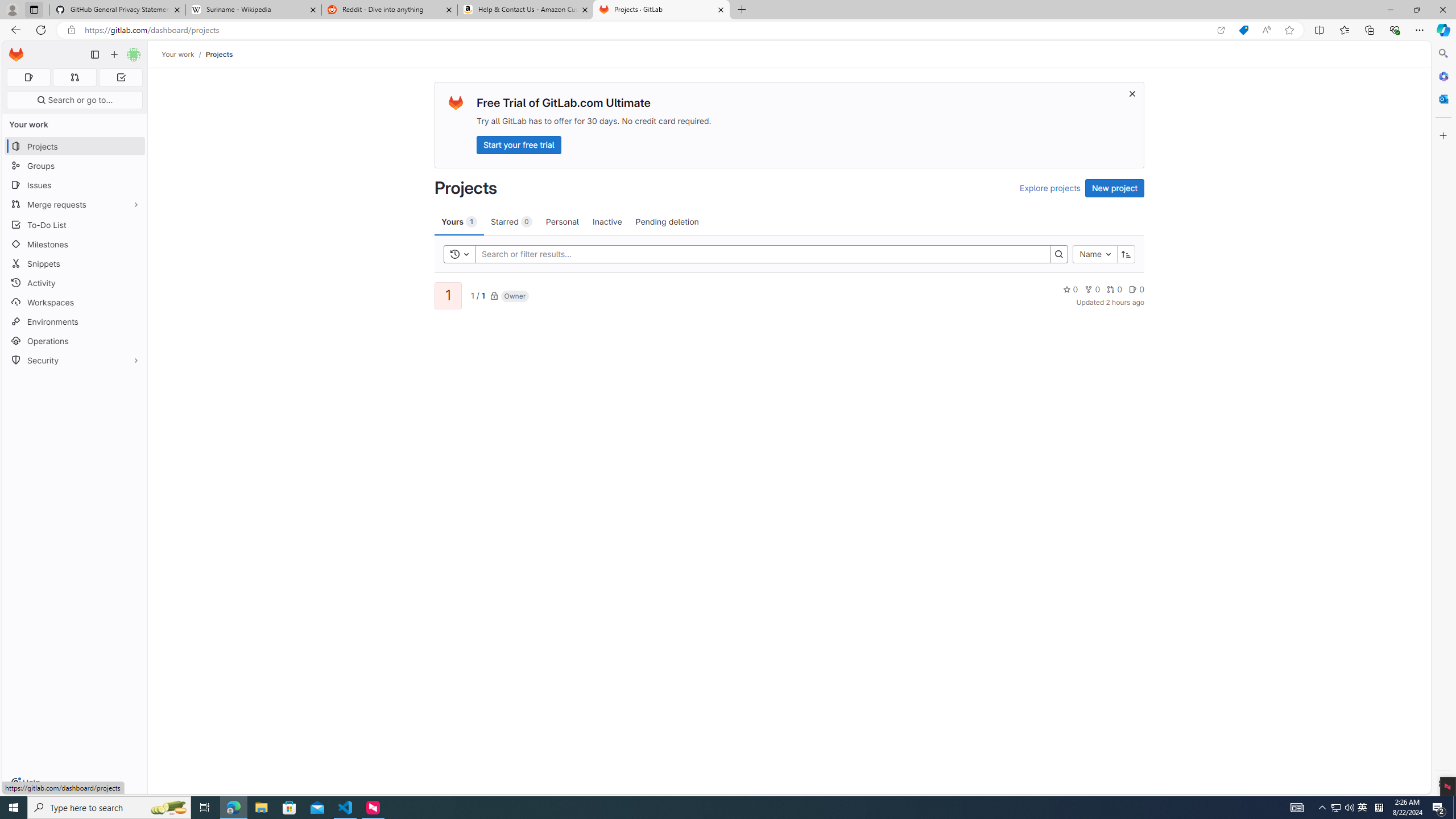 The height and width of the screenshot is (819, 1456). What do you see at coordinates (118, 9) in the screenshot?
I see `'GitHub General Privacy Statement - GitHub Docs'` at bounding box center [118, 9].